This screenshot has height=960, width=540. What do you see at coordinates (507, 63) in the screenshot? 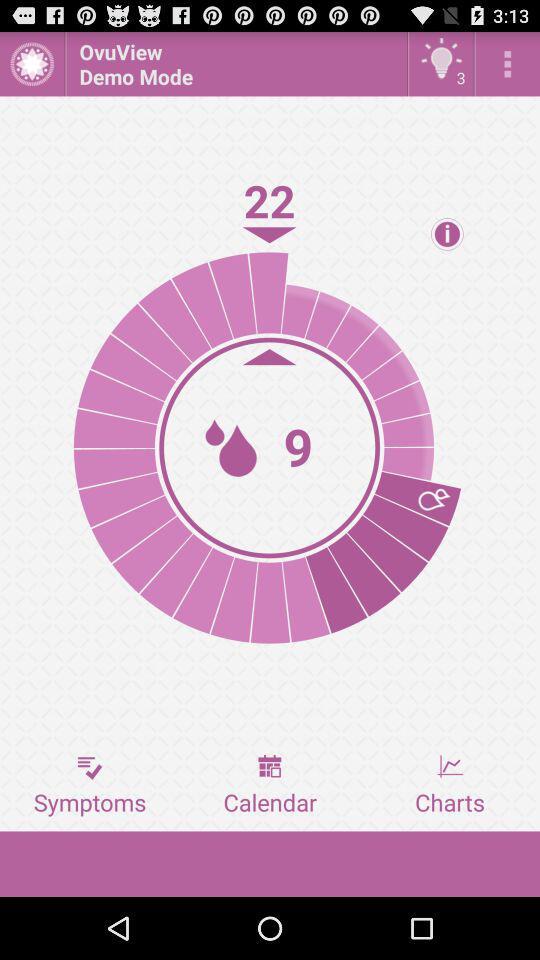
I see `open more options` at bounding box center [507, 63].